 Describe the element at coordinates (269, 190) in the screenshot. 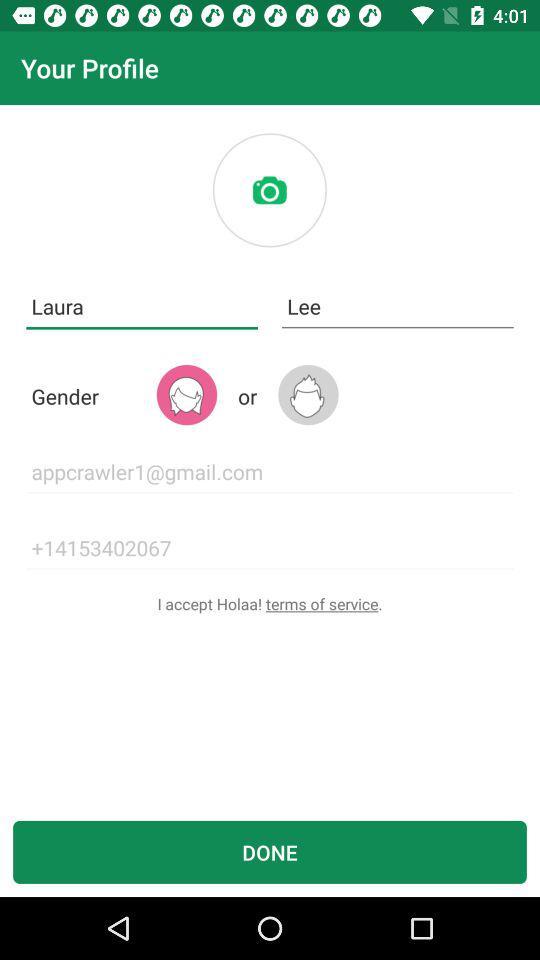

I see `take a profile picture` at that location.